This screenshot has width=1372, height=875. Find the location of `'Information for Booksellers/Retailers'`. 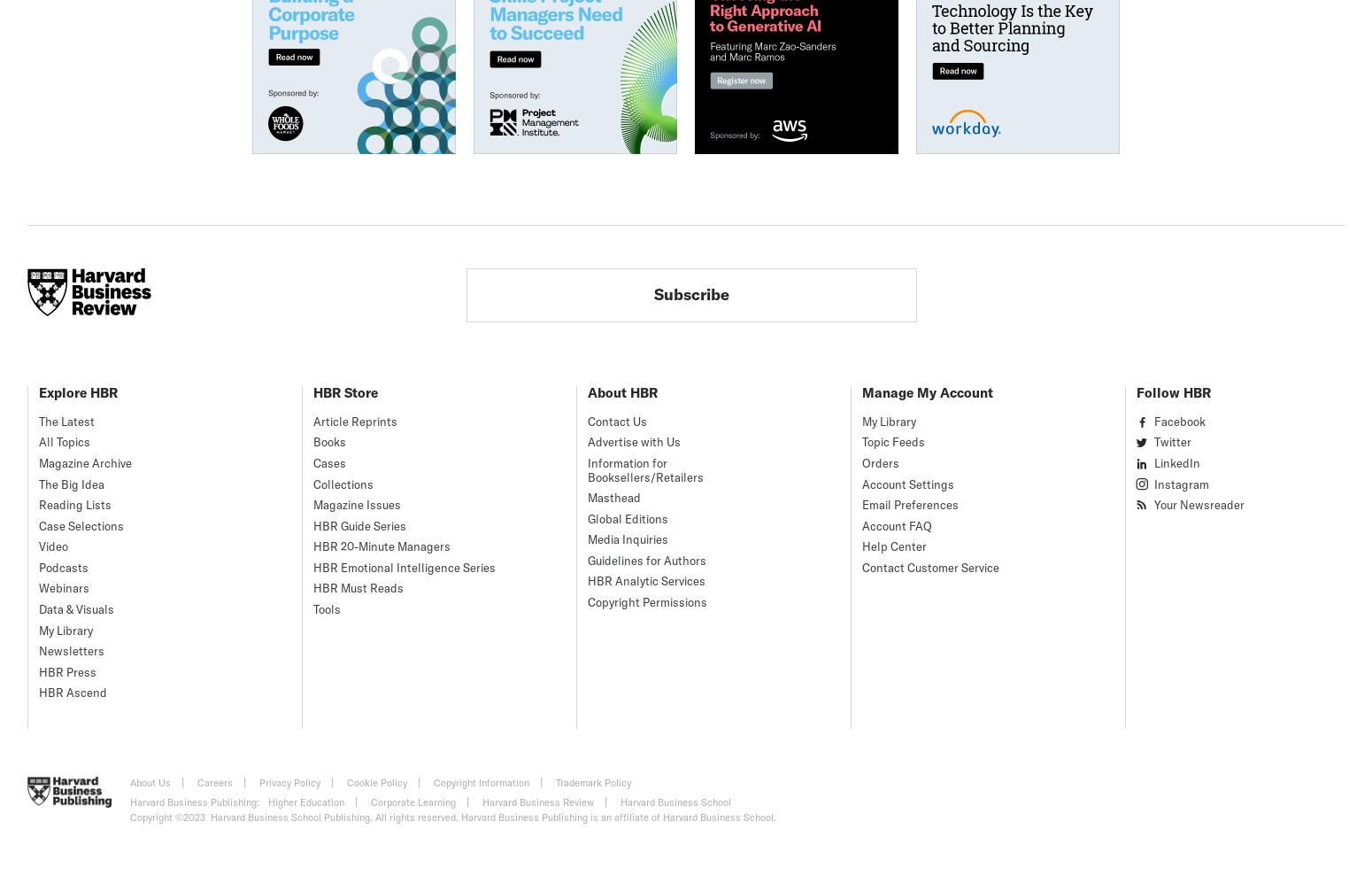

'Information for Booksellers/Retailers' is located at coordinates (645, 468).